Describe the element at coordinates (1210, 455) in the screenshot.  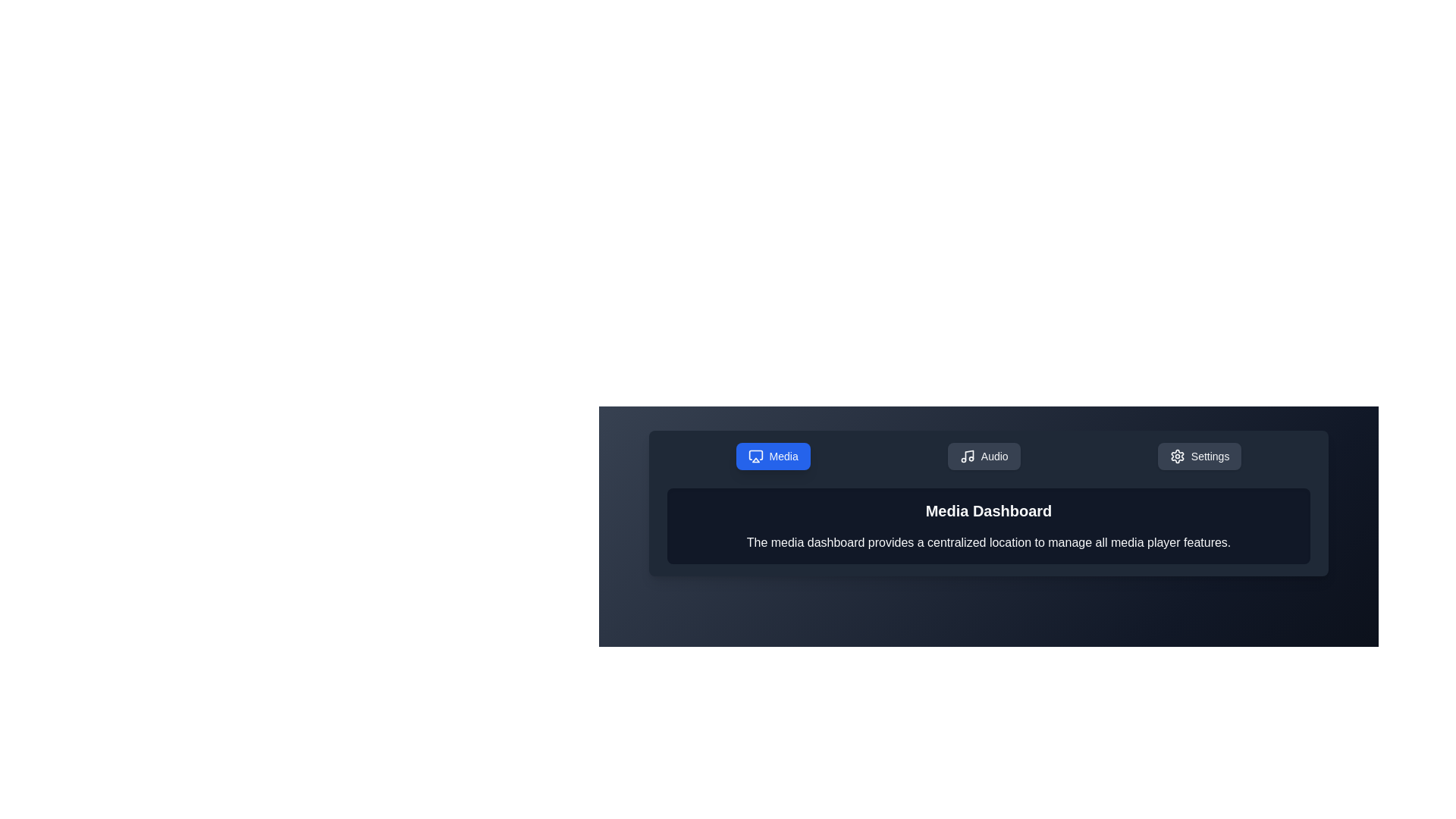
I see `text label for the settings option, which is part of a button positioned at the top-right corner of the interface, adjacent to a gear icon` at that location.